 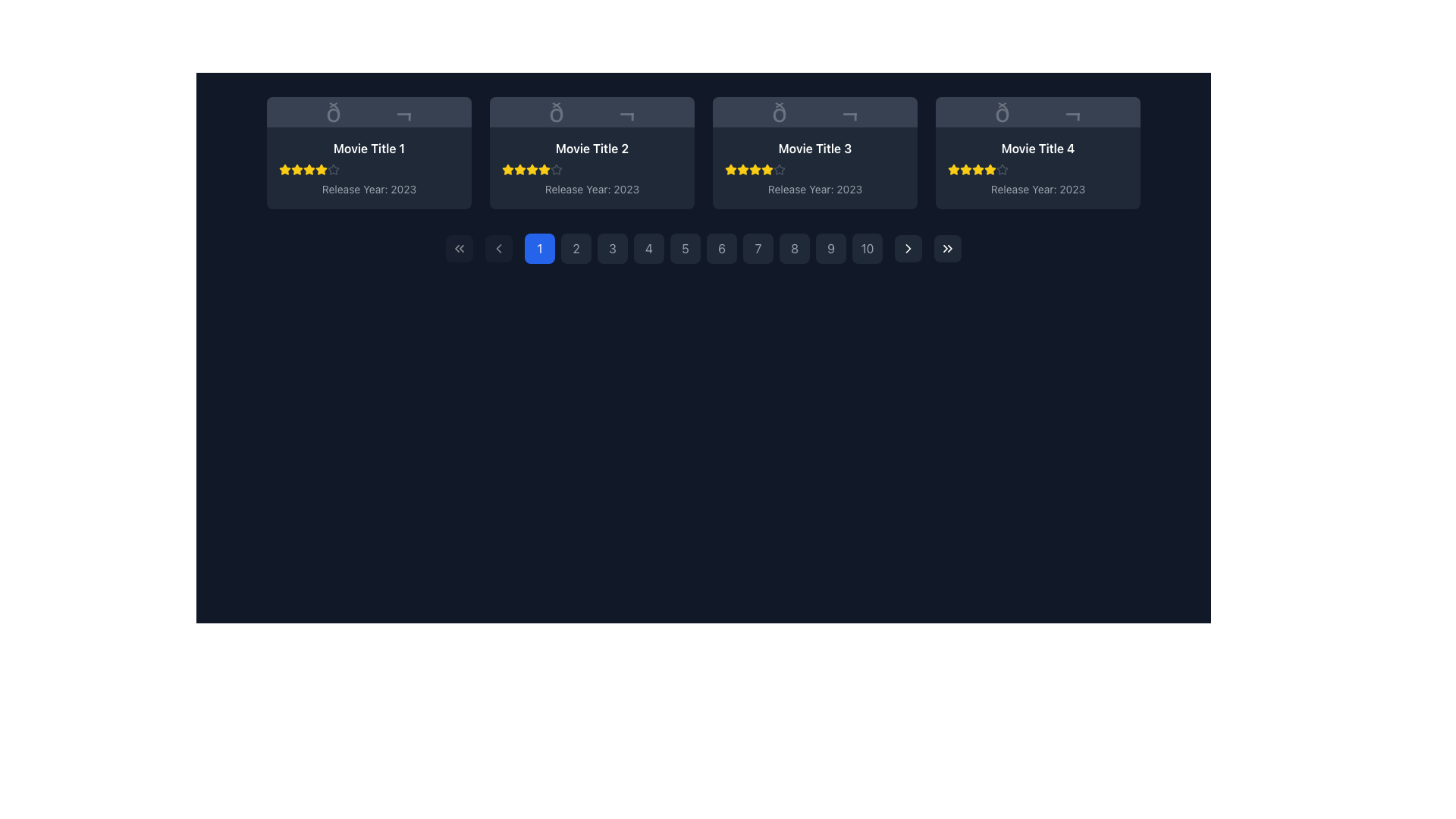 I want to click on the button that navigates to the previous set of items in the paginated list, located at the bottom center of the page, second from the left, so click(x=498, y=247).